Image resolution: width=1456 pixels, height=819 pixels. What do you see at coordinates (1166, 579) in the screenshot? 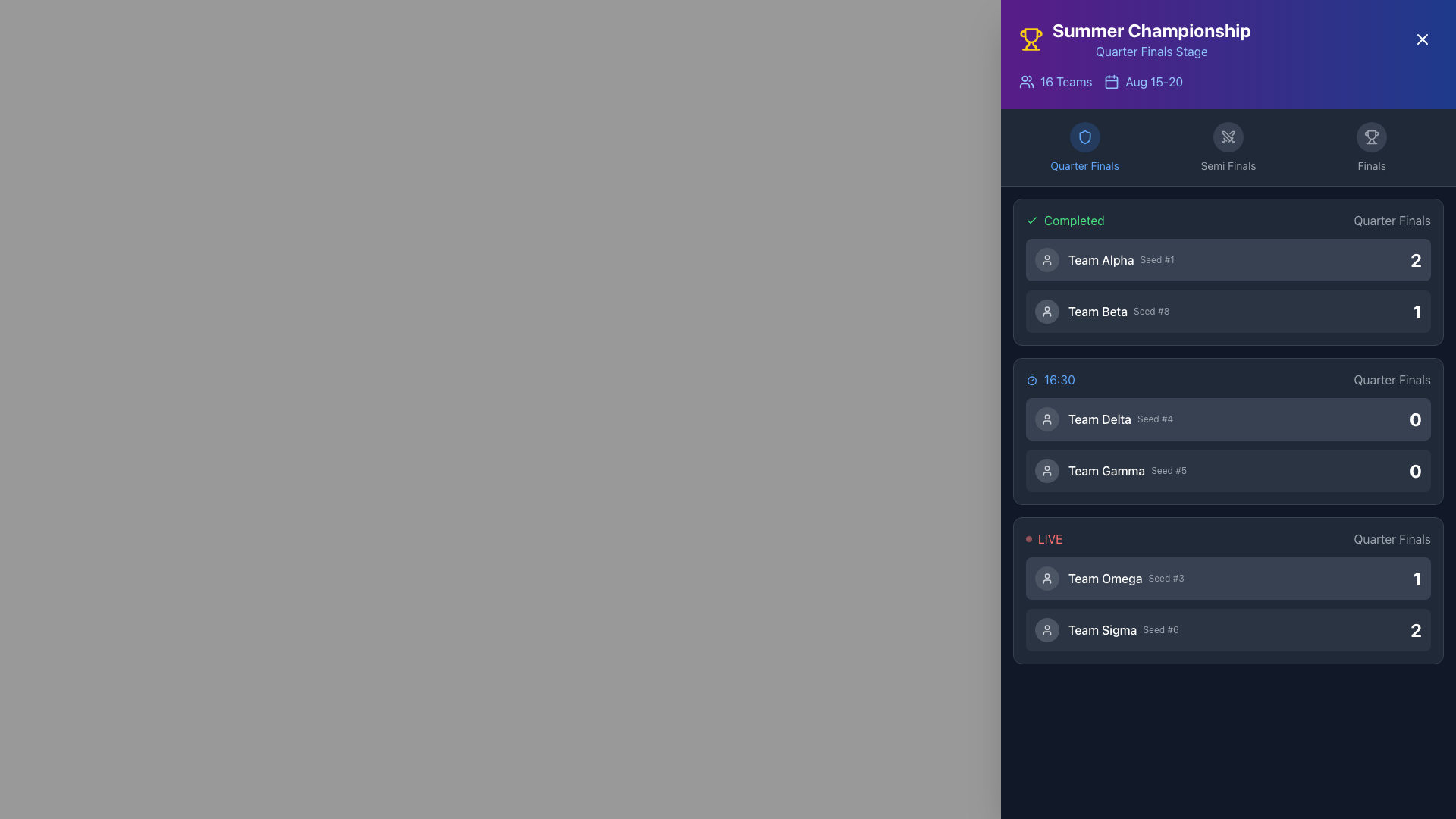
I see `the text label that provides supplementary information about the team, indicating its seeding position in the championship, located to the right of 'Team Omega' in the 'LIVE' section of the 'Quarter Finals' panel` at bounding box center [1166, 579].